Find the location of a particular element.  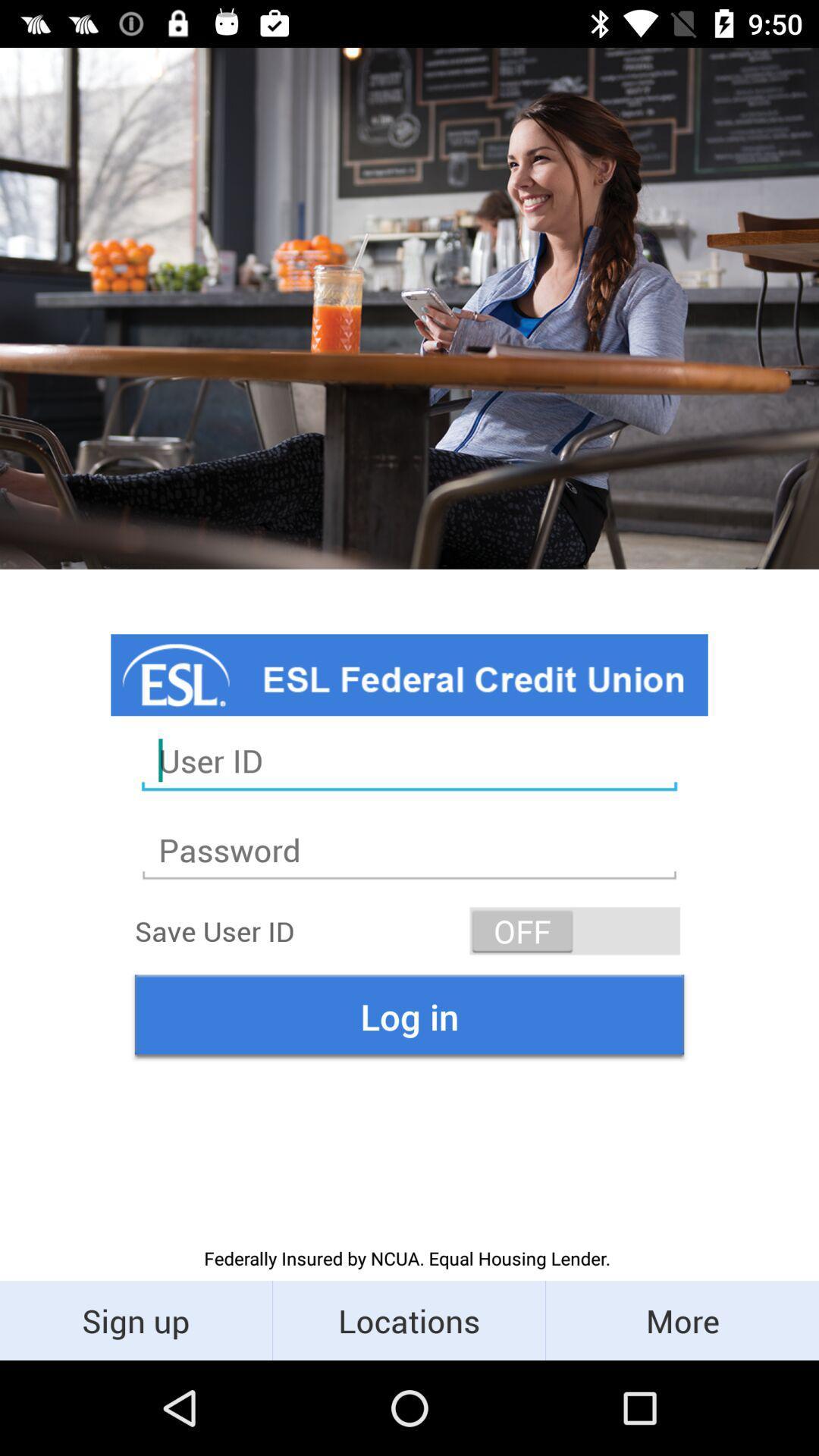

item to the right of the locations item is located at coordinates (681, 1319).